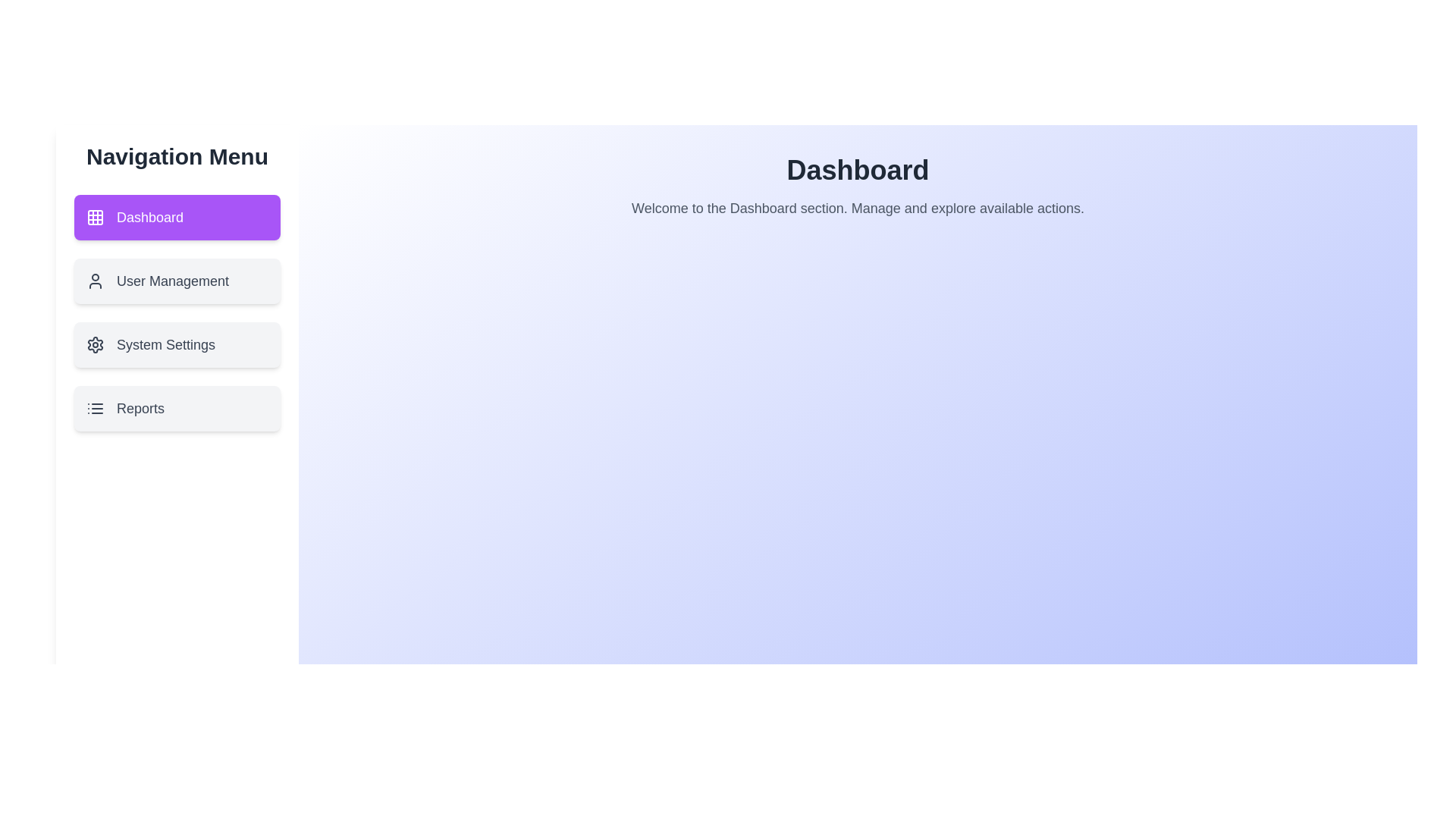 Image resolution: width=1456 pixels, height=819 pixels. What do you see at coordinates (177, 408) in the screenshot?
I see `the menu item Reports to observe its hover effect` at bounding box center [177, 408].